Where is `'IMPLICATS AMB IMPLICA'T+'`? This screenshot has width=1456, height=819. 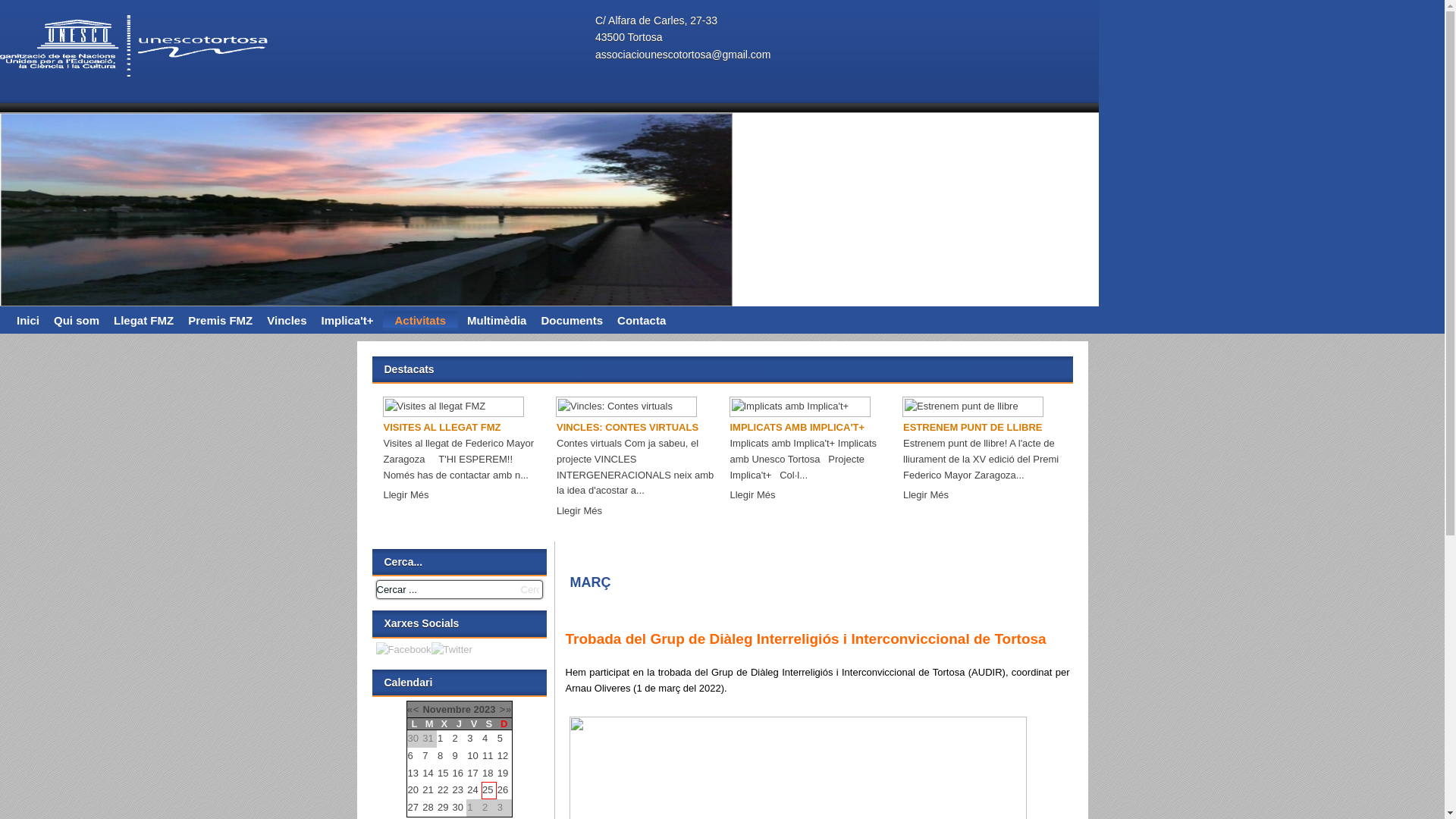 'IMPLICATS AMB IMPLICA'T+' is located at coordinates (729, 427).